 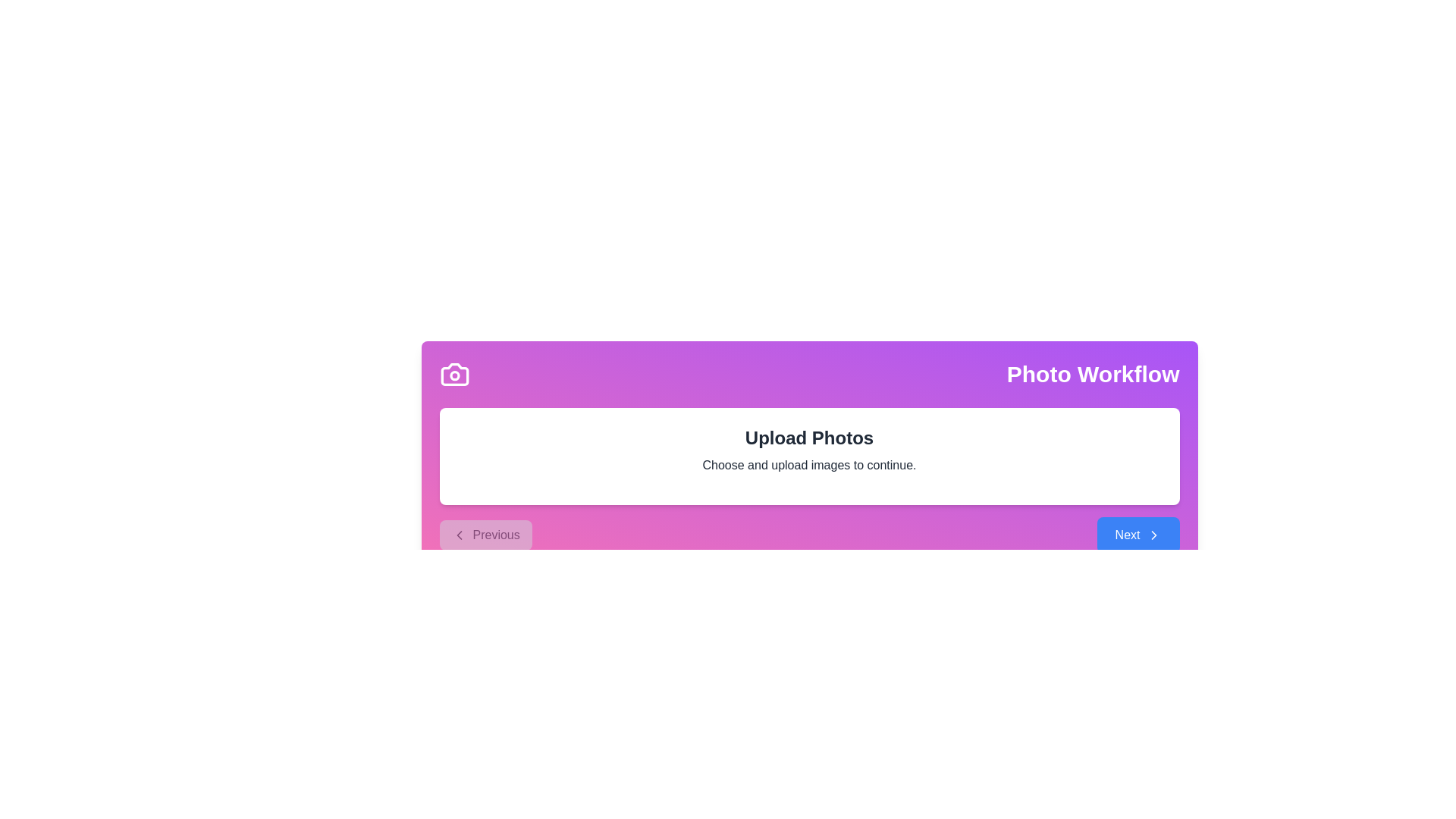 What do you see at coordinates (485, 534) in the screenshot?
I see `the 'Previous' button, which is a rectangular button with a left-facing chevron icon and the word 'Previous'` at bounding box center [485, 534].